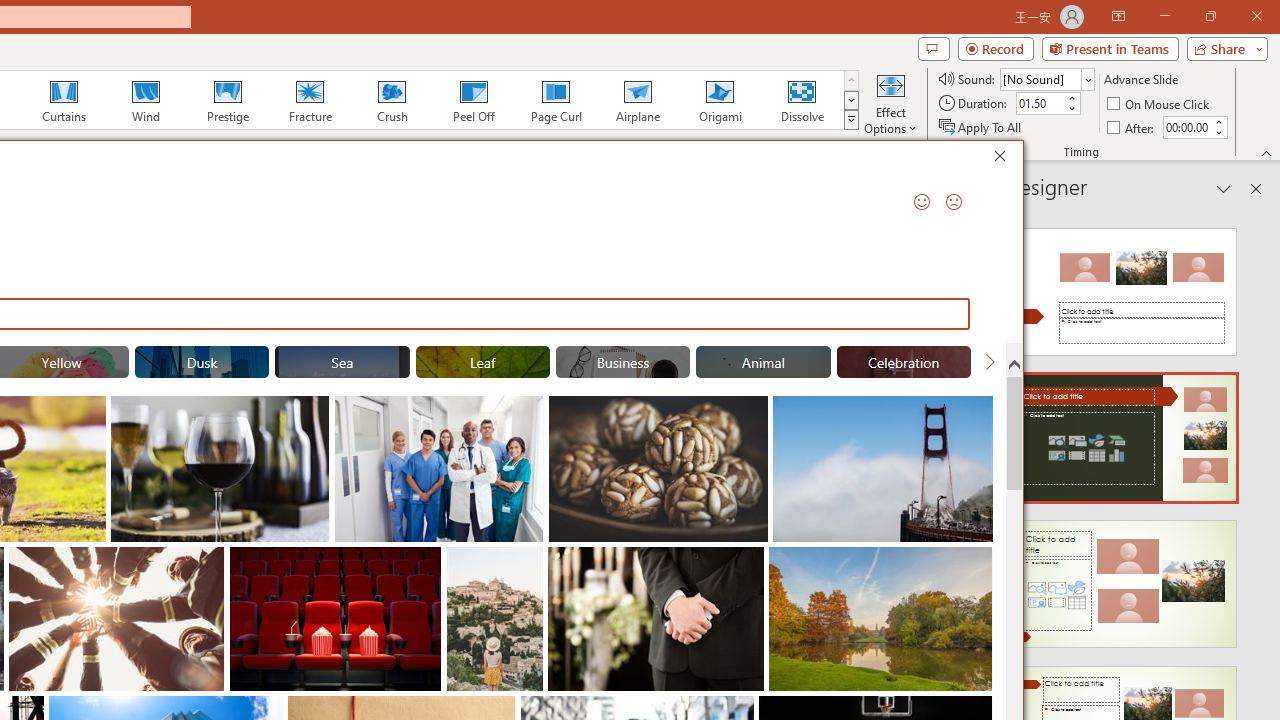 This screenshot has height=720, width=1280. What do you see at coordinates (201, 362) in the screenshot?
I see `'"Dusk" Stock Images.'` at bounding box center [201, 362].